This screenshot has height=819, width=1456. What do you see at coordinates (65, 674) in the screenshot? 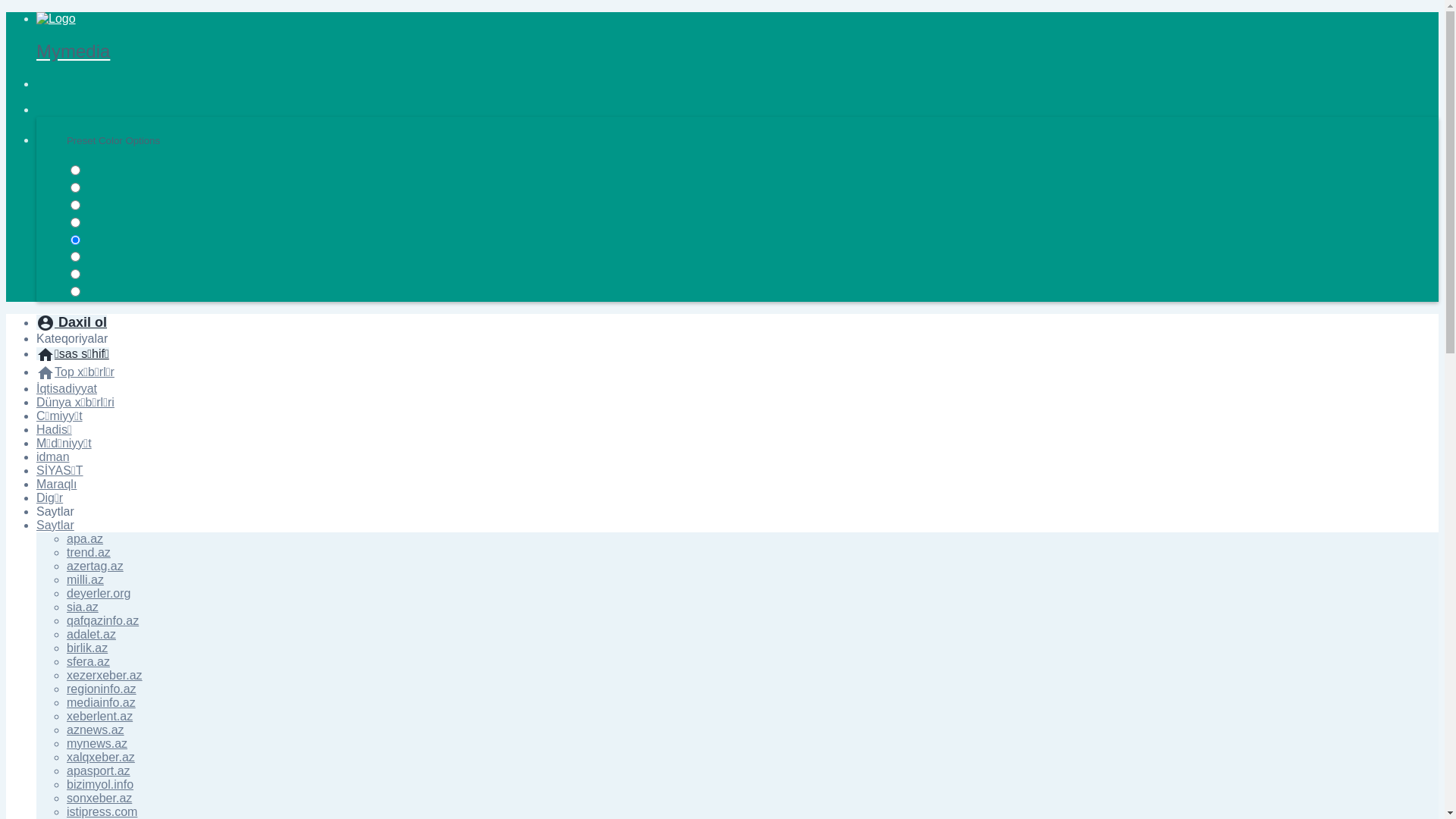
I see `'xezerxeber.az'` at bounding box center [65, 674].